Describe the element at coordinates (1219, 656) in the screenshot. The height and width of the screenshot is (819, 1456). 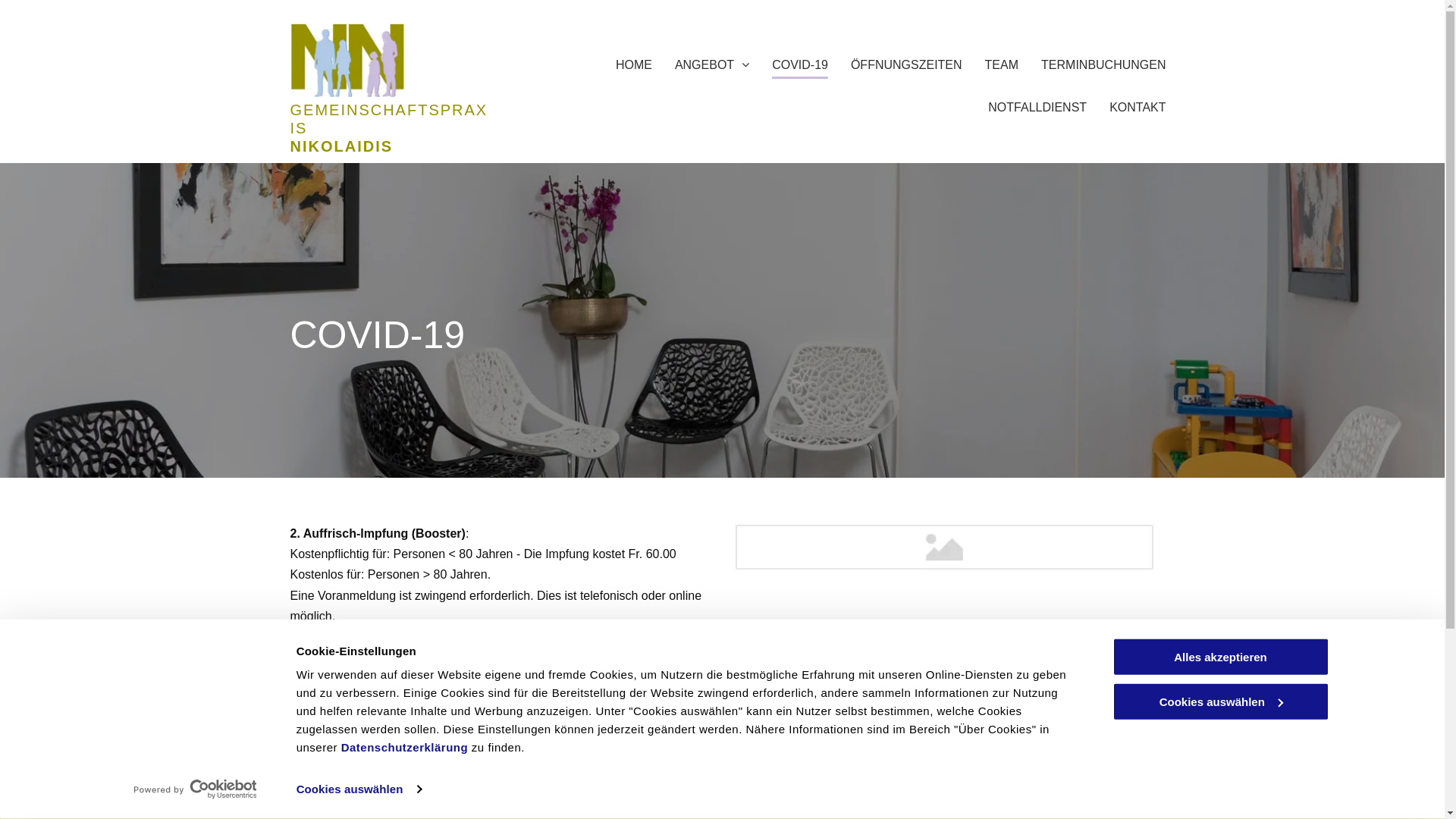
I see `'Alles akzeptieren'` at that location.